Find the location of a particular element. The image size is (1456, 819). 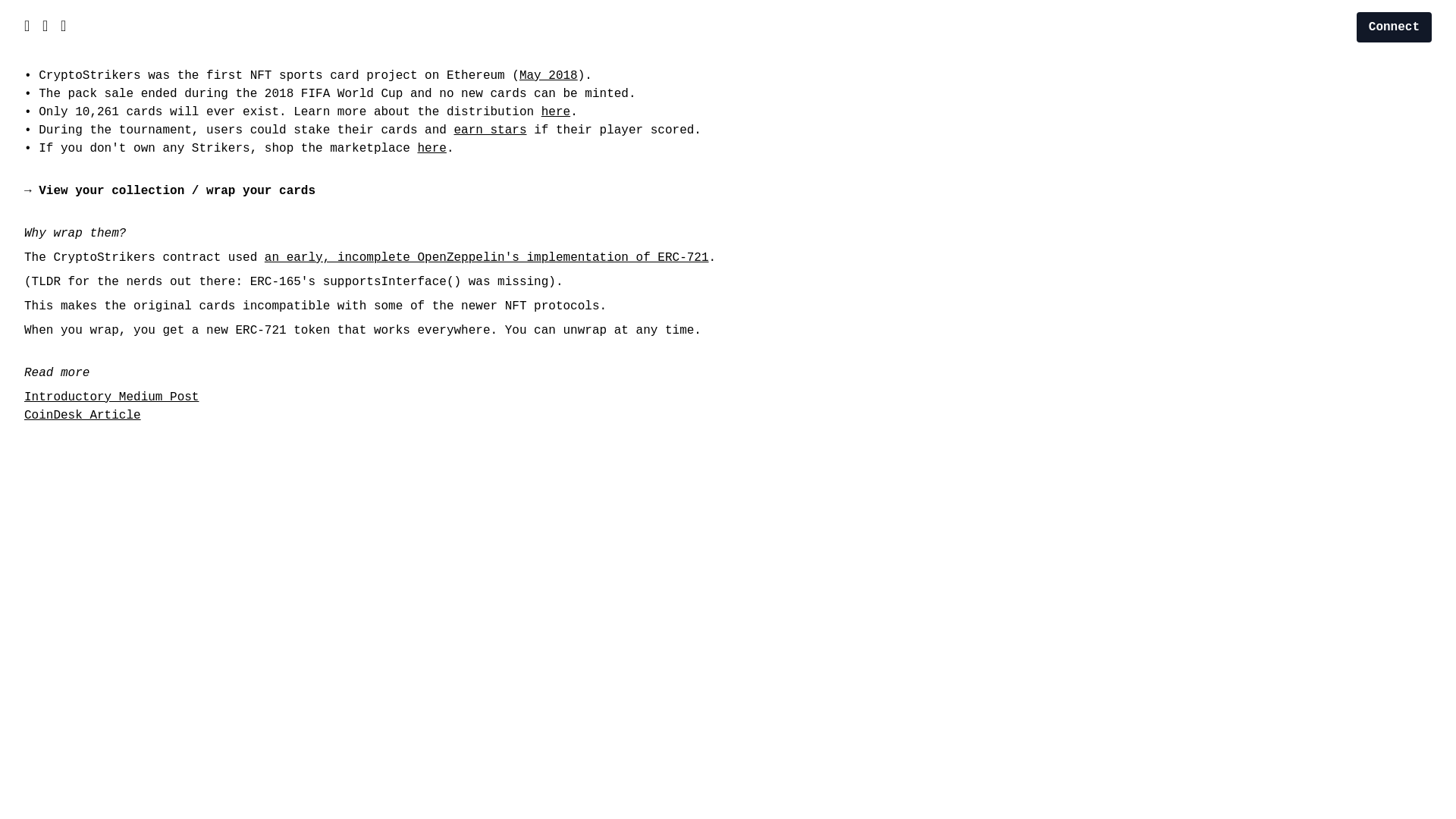

'May 2018' is located at coordinates (519, 76).